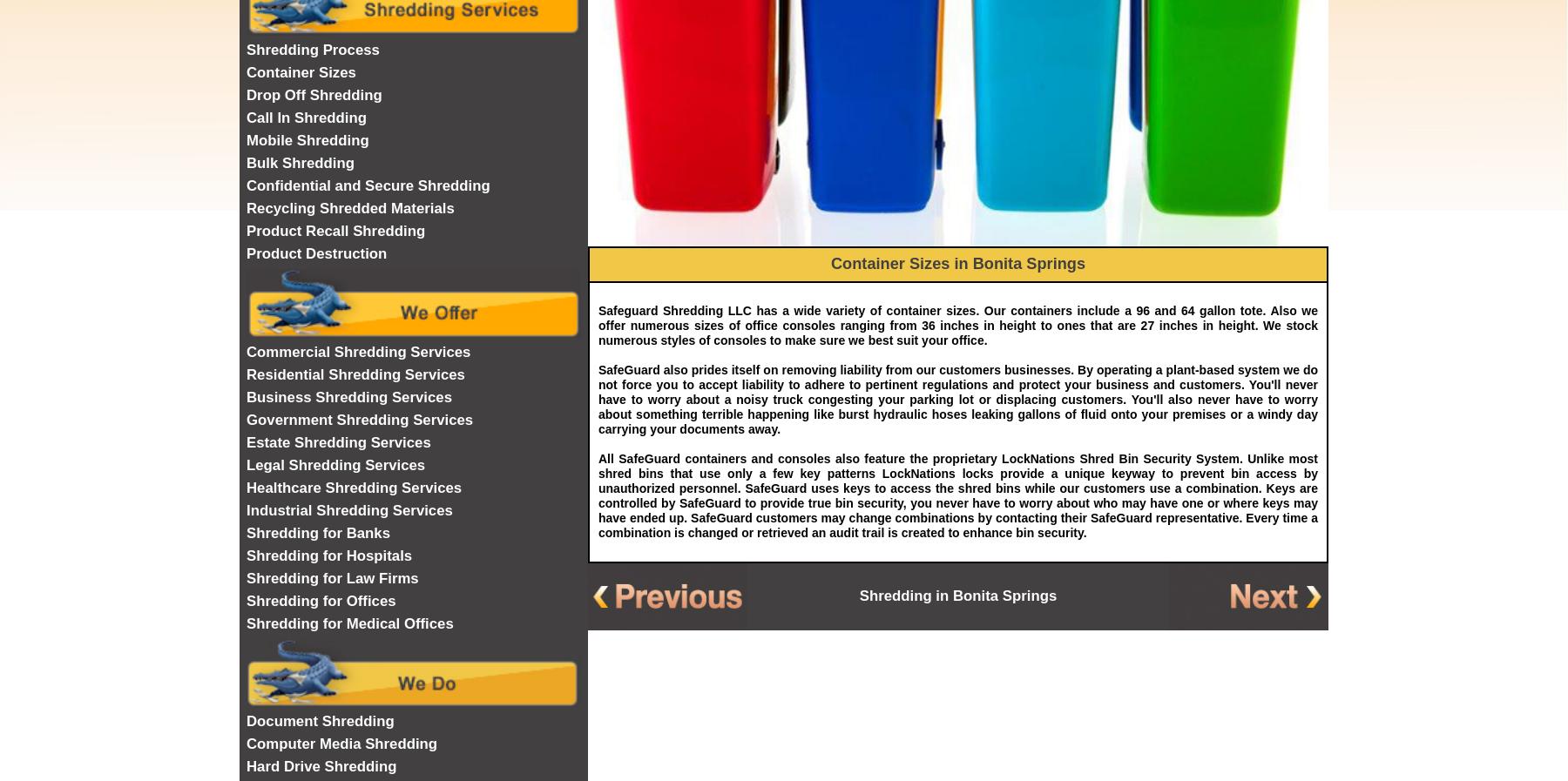 This screenshot has width=1568, height=781. Describe the element at coordinates (245, 419) in the screenshot. I see `'Government Shredding Services'` at that location.